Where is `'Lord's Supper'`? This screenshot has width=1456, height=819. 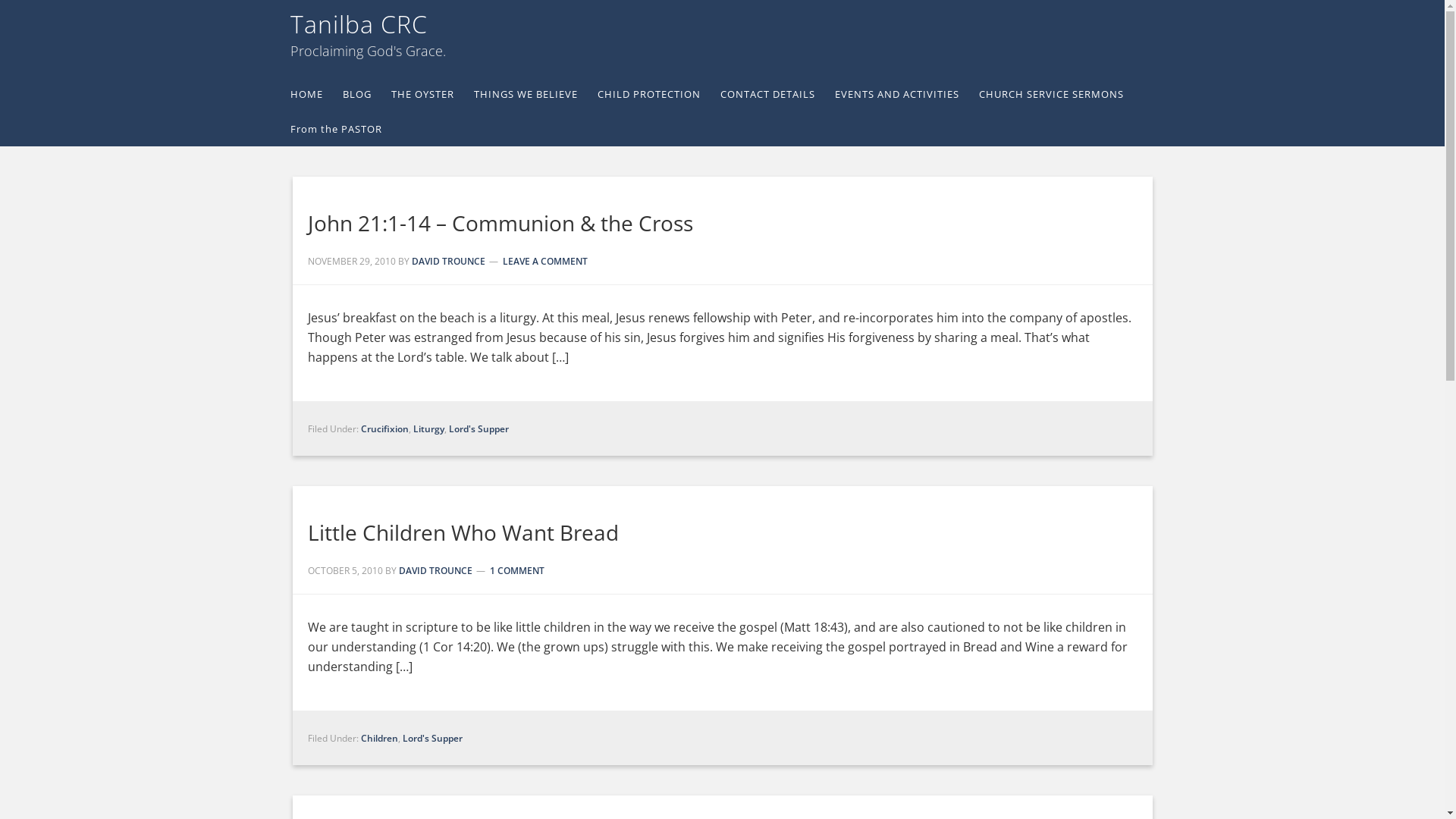
'Lord's Supper' is located at coordinates (431, 736).